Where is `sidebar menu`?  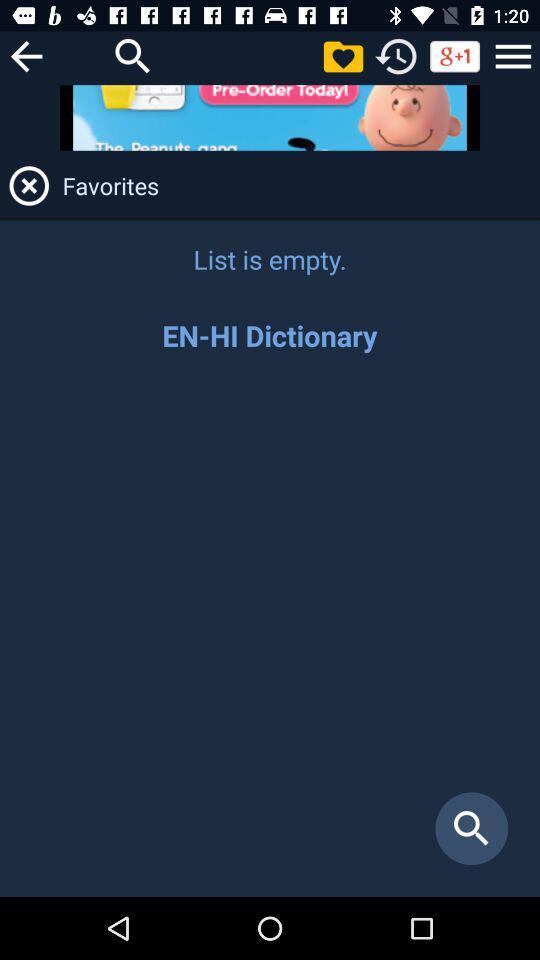
sidebar menu is located at coordinates (513, 55).